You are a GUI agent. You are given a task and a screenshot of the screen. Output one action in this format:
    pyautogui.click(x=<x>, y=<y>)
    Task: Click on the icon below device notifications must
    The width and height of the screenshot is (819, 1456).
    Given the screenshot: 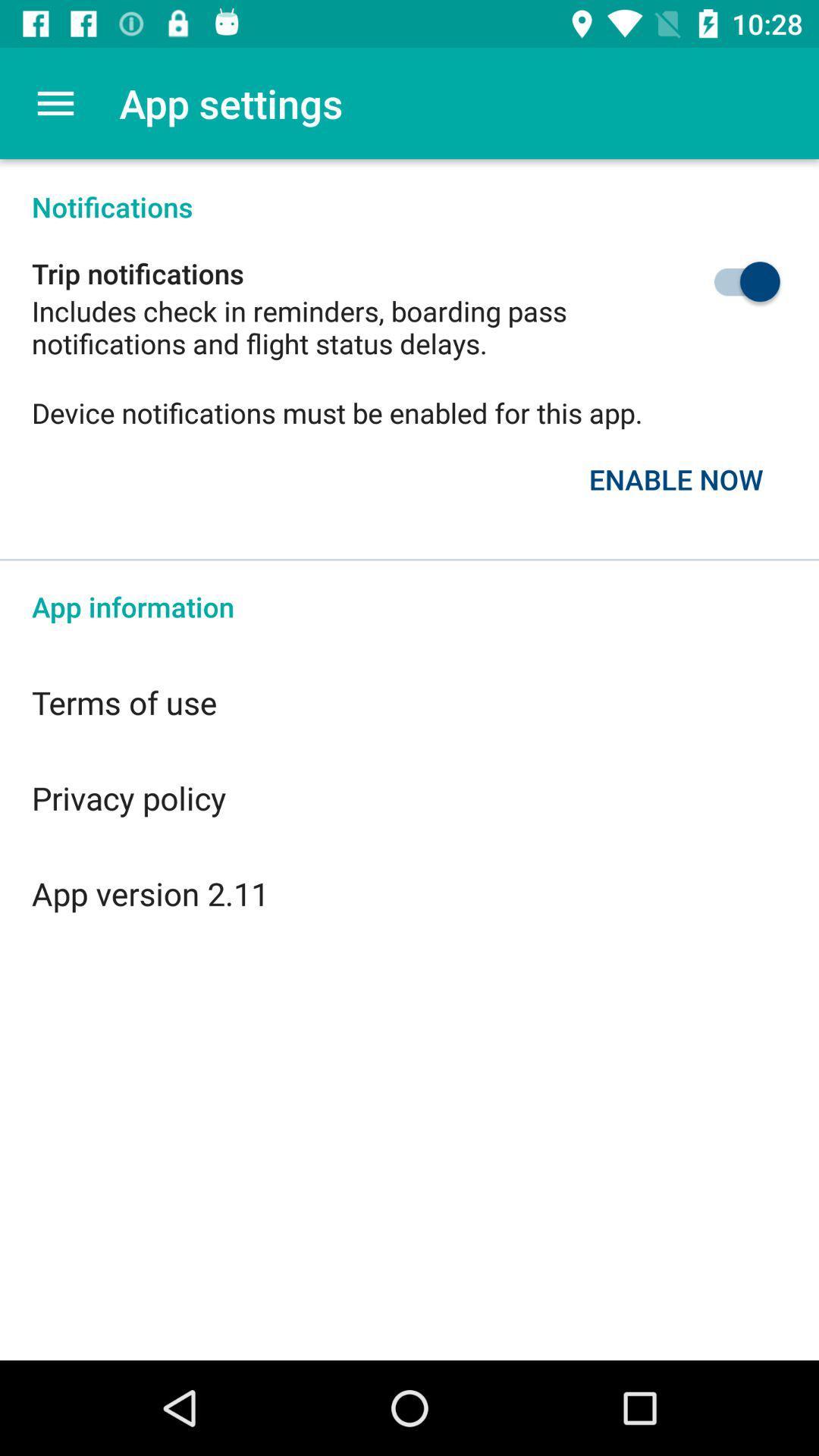 What is the action you would take?
    pyautogui.click(x=675, y=479)
    